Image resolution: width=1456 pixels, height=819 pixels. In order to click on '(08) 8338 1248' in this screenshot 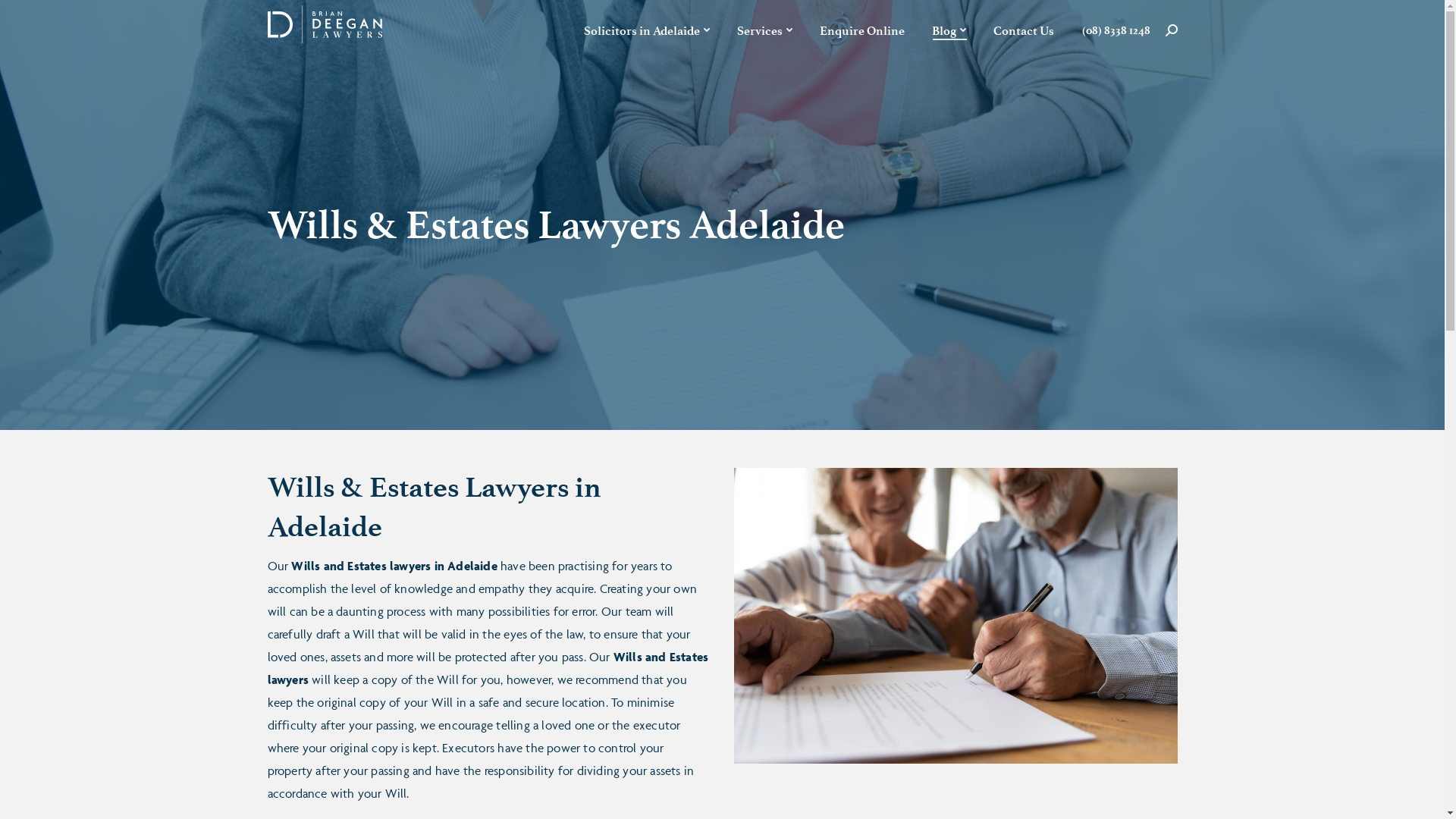, I will do `click(1115, 30)`.